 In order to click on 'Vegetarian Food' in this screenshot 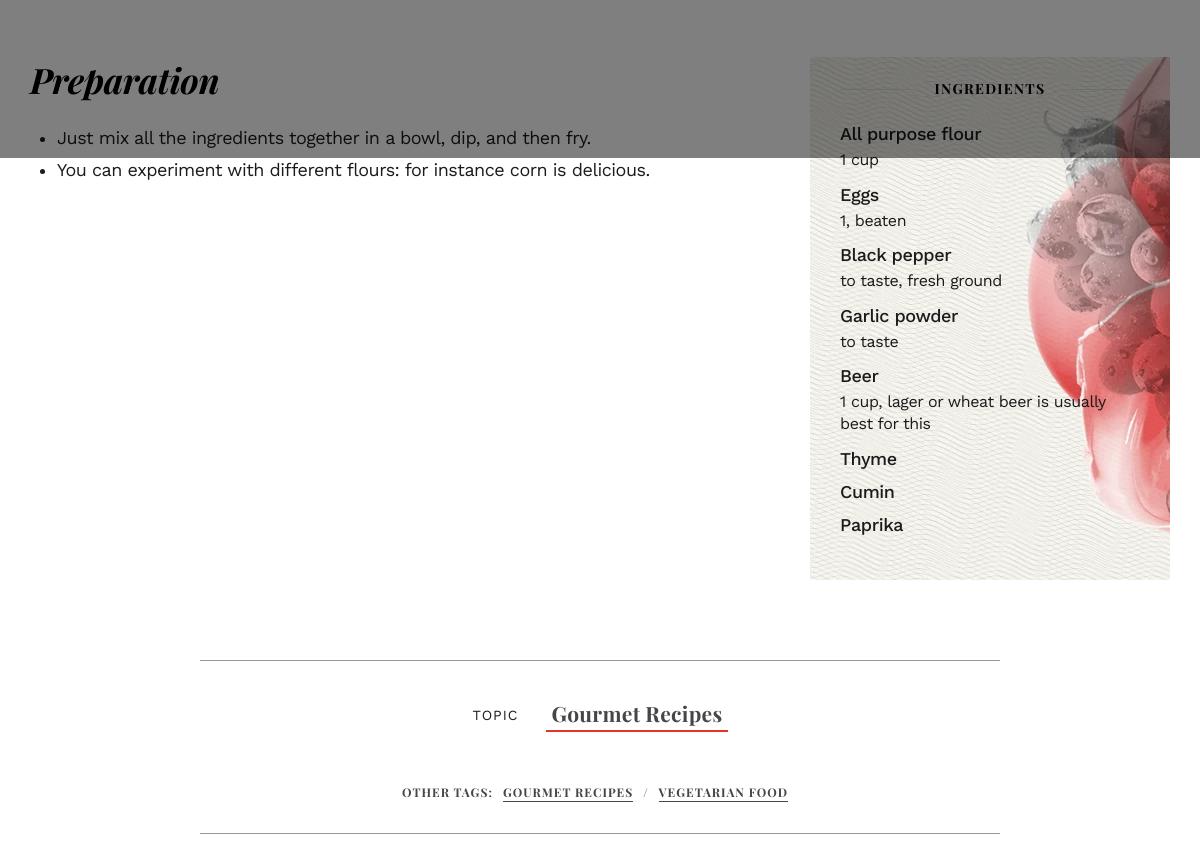, I will do `click(723, 791)`.